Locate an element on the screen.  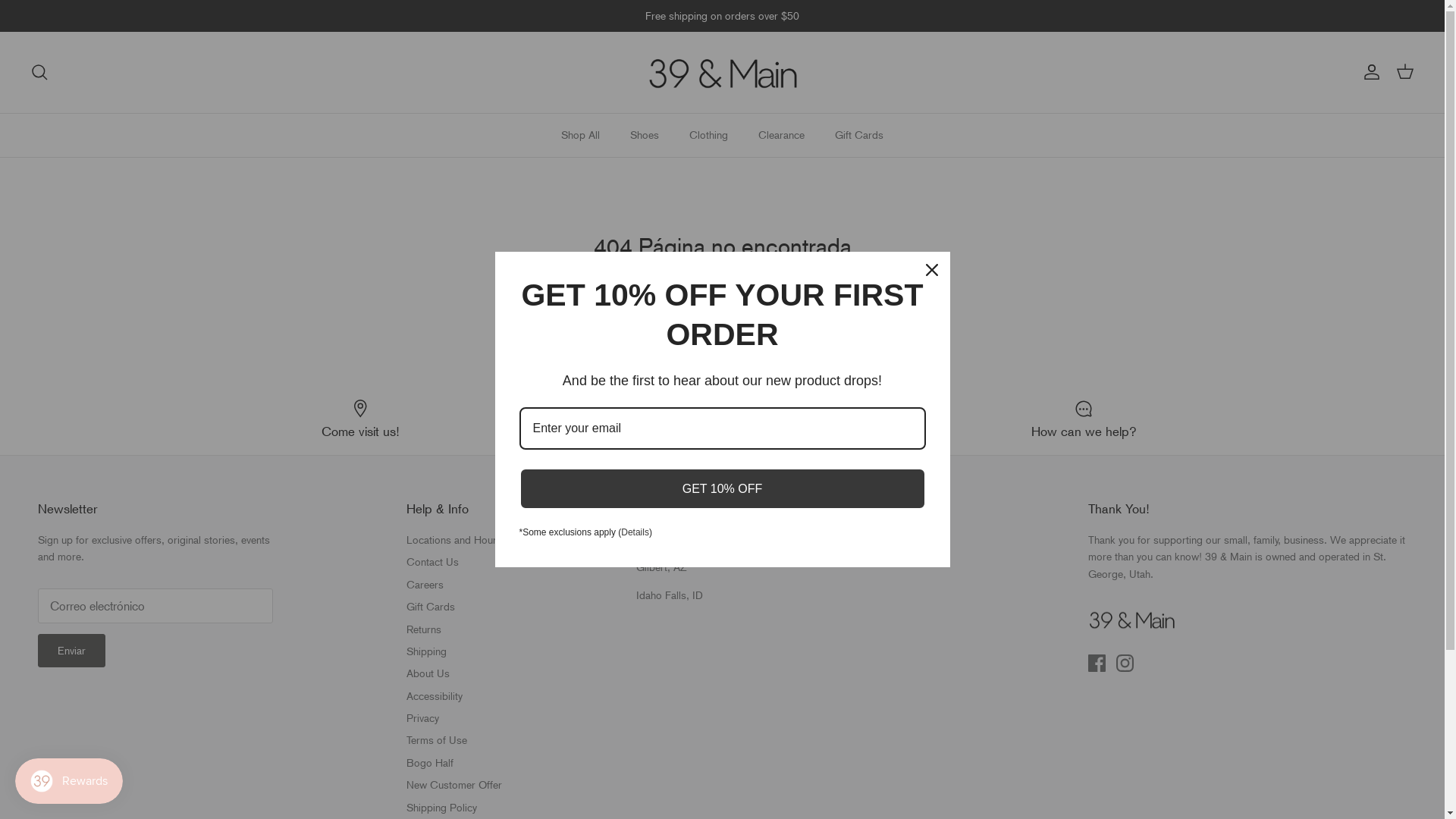
'Gift Cards' is located at coordinates (406, 605).